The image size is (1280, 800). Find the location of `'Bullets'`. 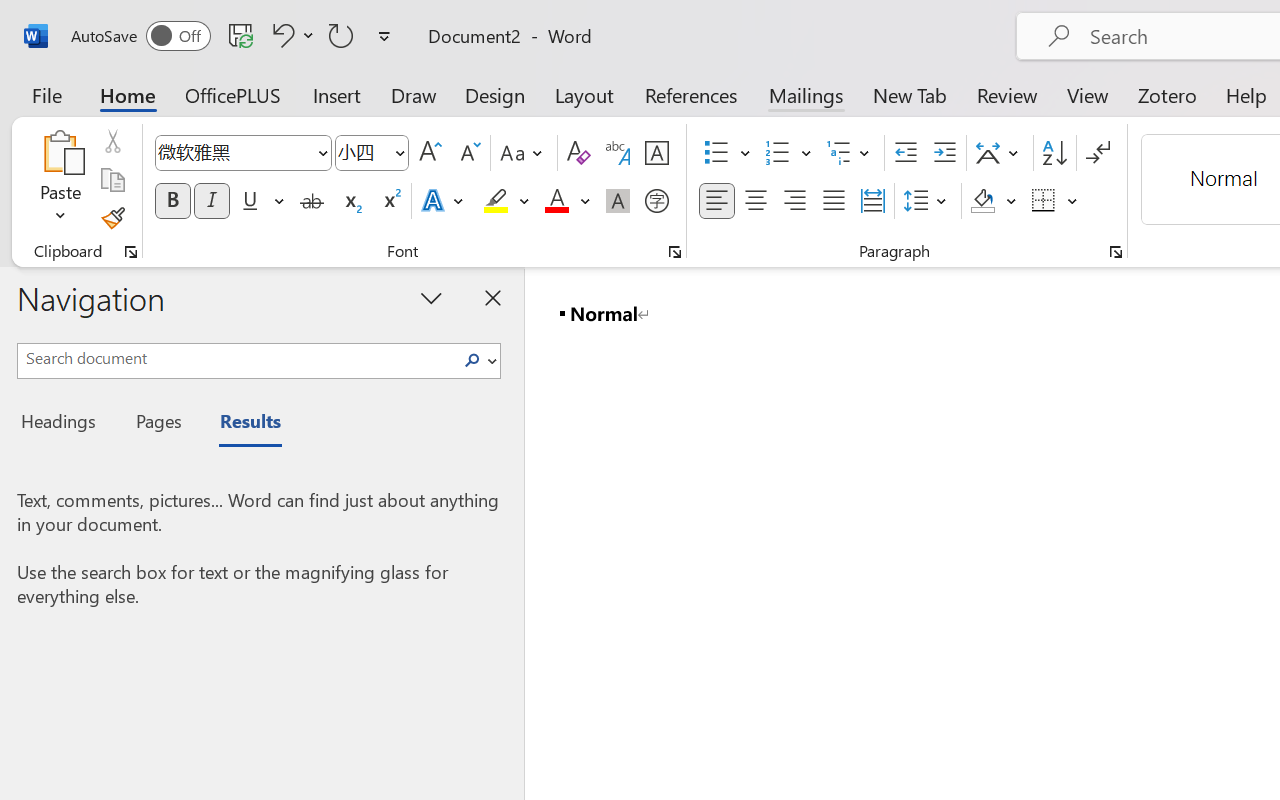

'Bullets' is located at coordinates (726, 153).